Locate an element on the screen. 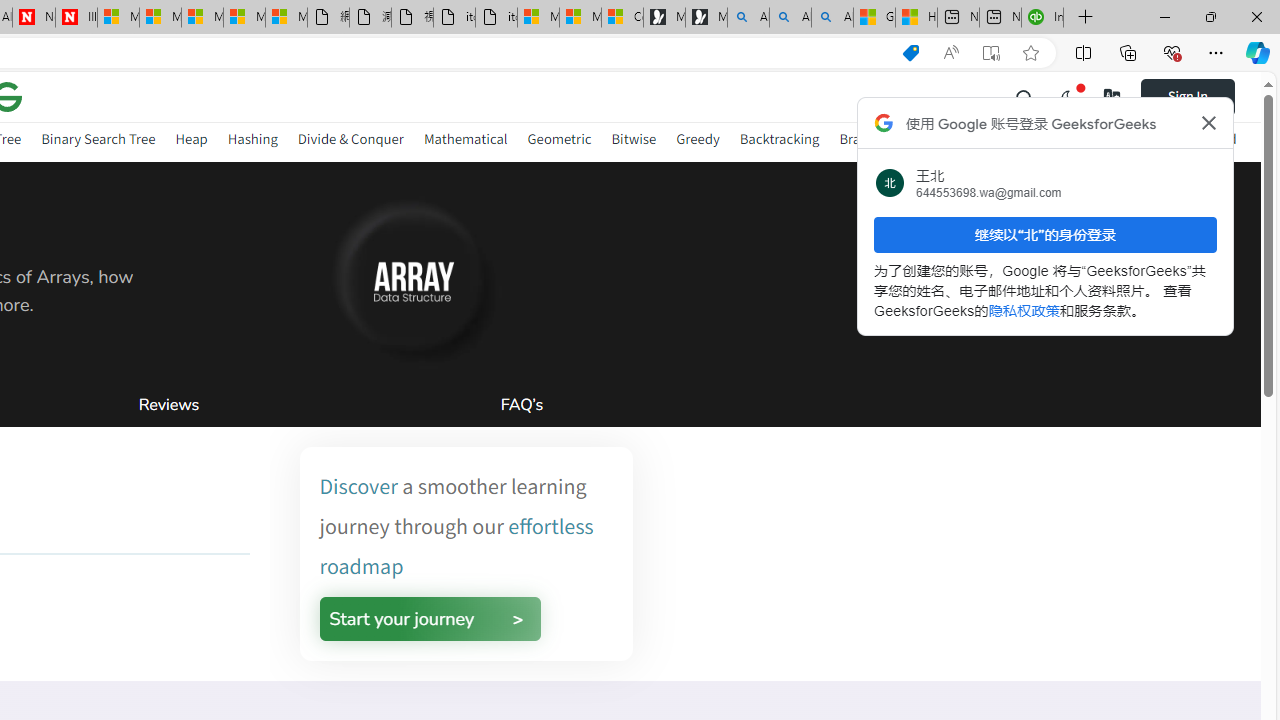  'Mathematical' is located at coordinates (464, 138).